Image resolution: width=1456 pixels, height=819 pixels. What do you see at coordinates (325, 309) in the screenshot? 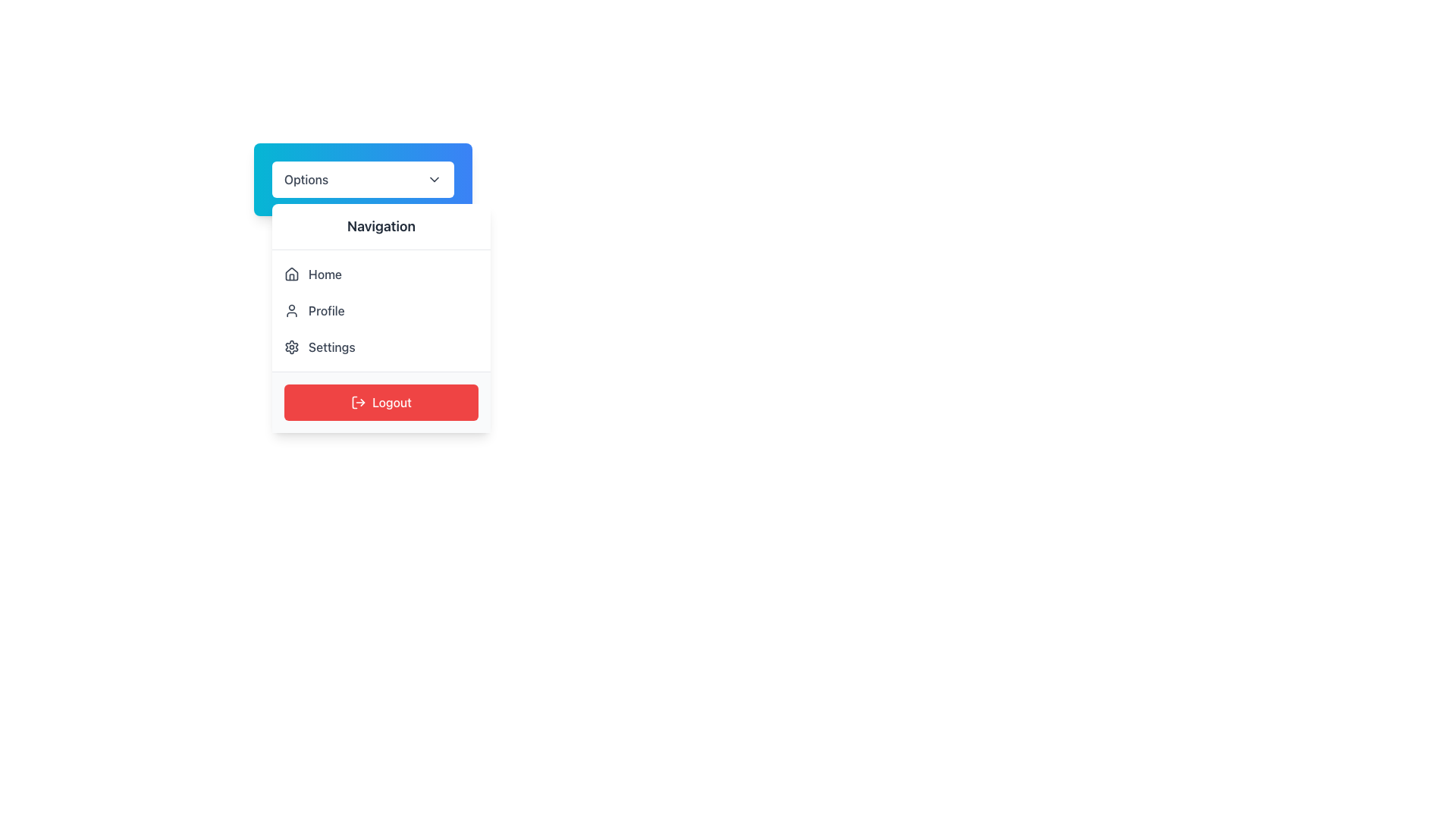
I see `the 'Profile' text label, which is the middle option in a vertical menu aligned to the right of a user icon` at bounding box center [325, 309].